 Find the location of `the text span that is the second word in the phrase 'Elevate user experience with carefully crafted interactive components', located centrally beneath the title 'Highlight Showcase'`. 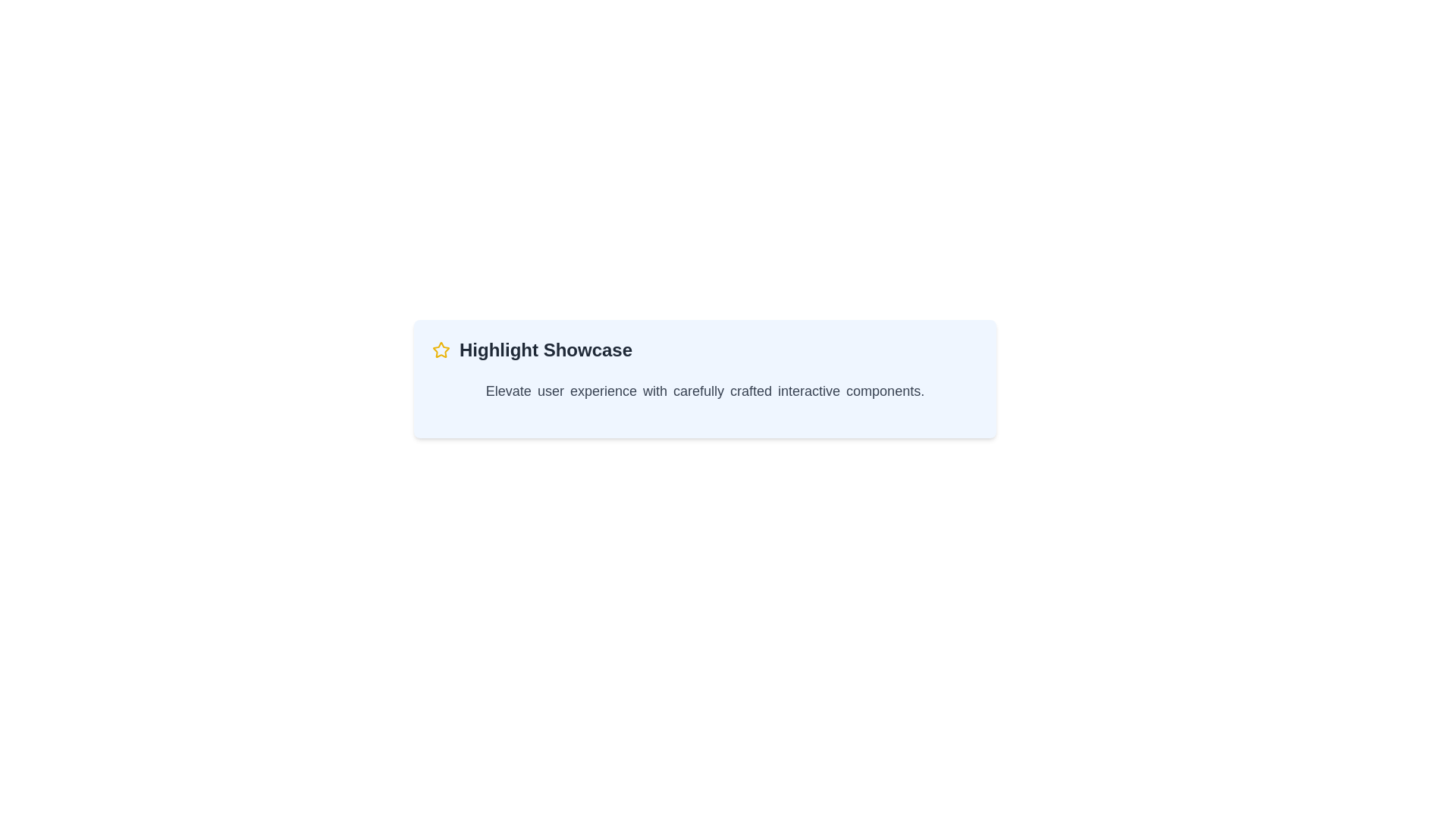

the text span that is the second word in the phrase 'Elevate user experience with carefully crafted interactive components', located centrally beneath the title 'Highlight Showcase' is located at coordinates (550, 391).